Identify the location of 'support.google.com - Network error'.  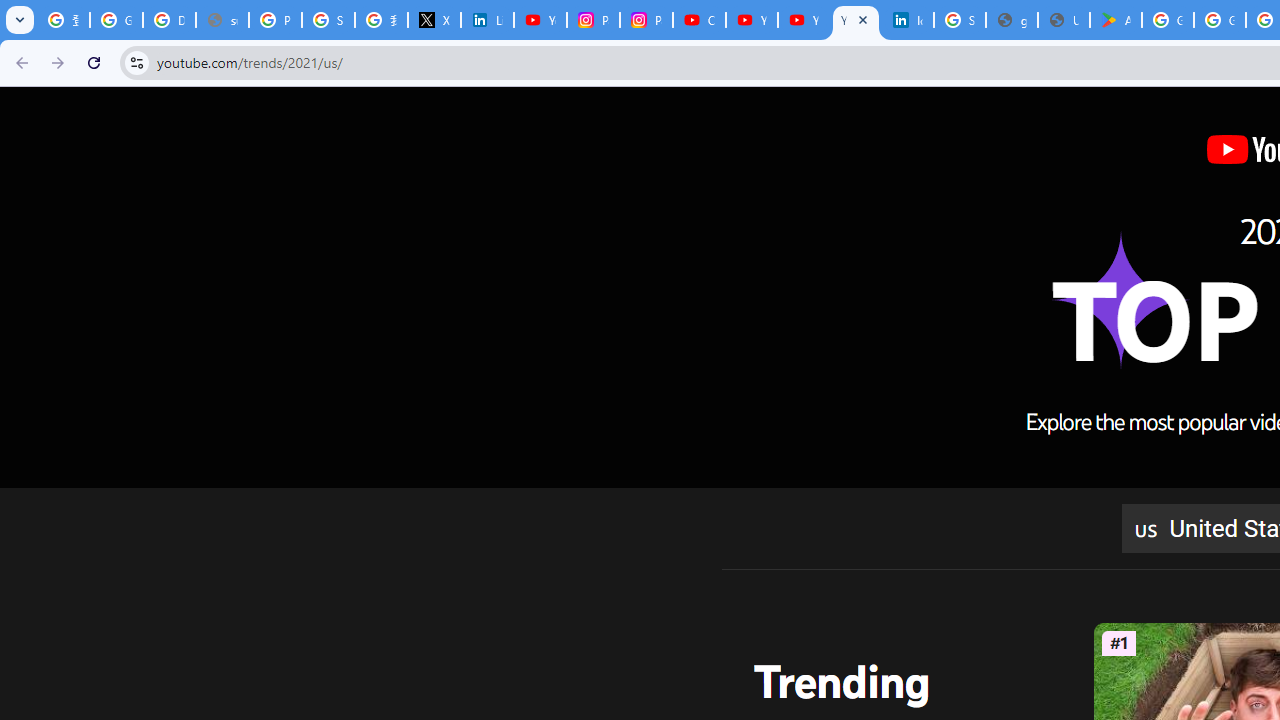
(222, 20).